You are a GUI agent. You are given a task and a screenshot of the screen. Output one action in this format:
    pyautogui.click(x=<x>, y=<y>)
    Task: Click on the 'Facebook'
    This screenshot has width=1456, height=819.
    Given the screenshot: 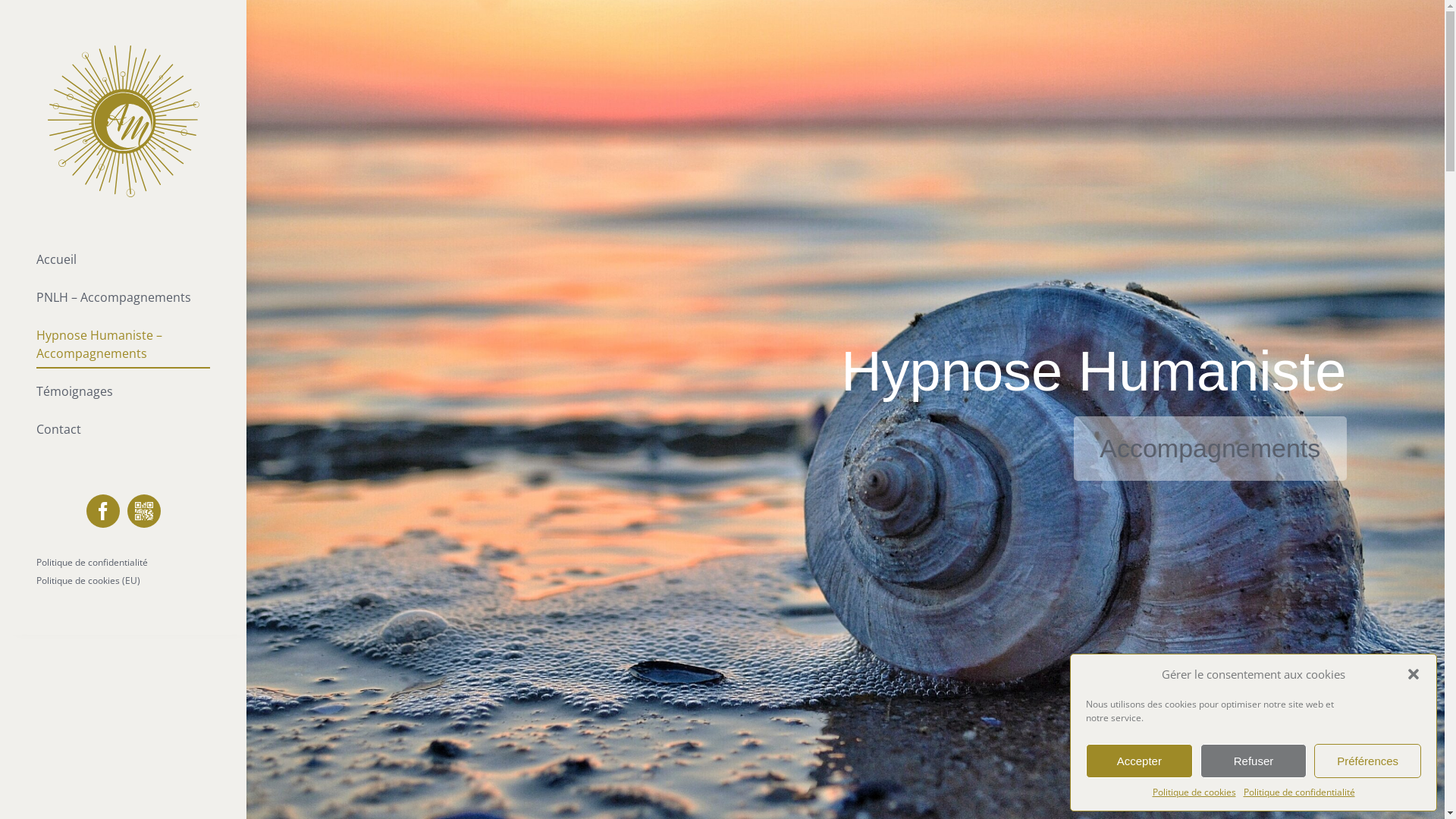 What is the action you would take?
    pyautogui.click(x=102, y=511)
    